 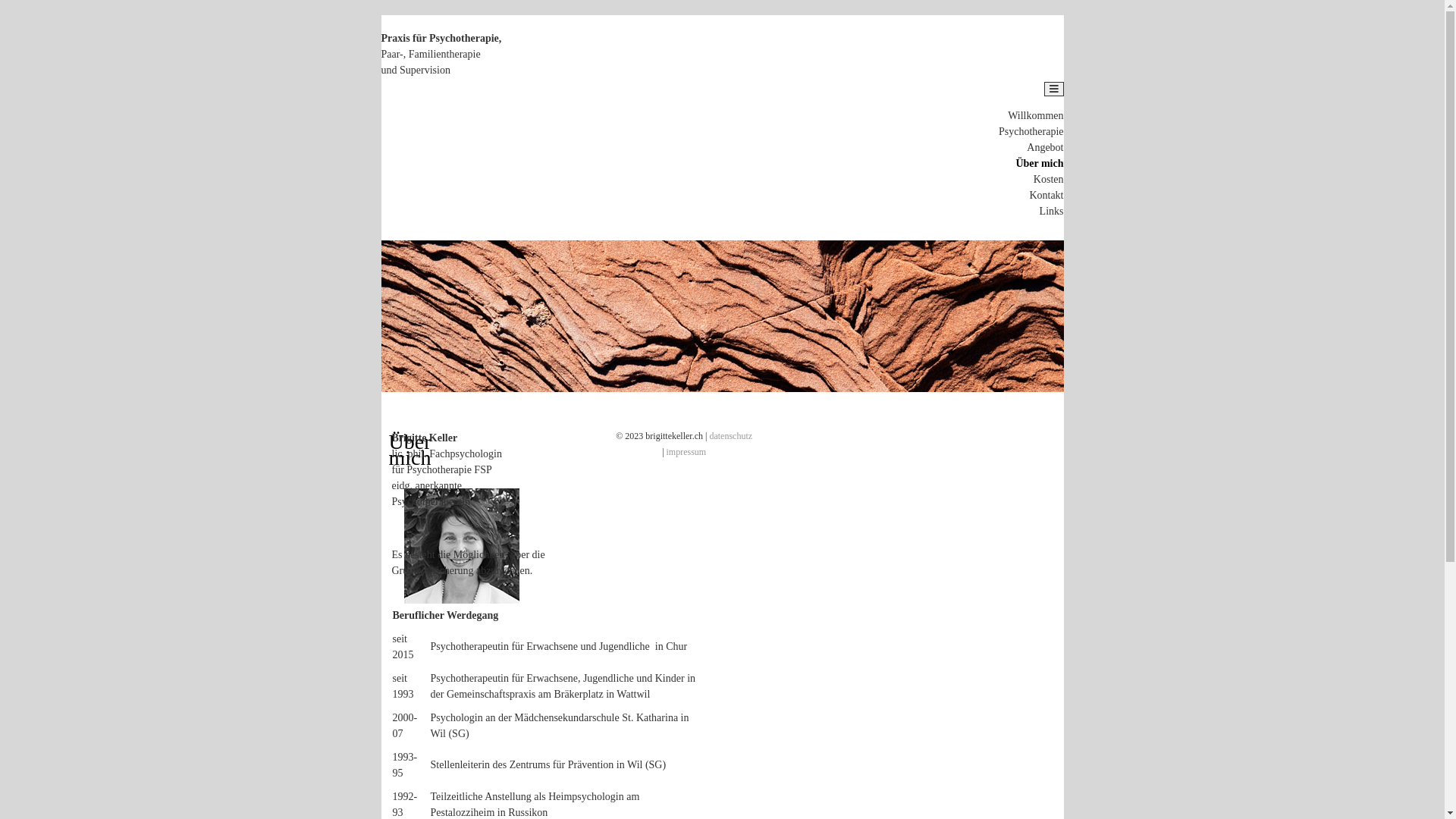 I want to click on 'Psychotherapie', so click(x=1031, y=130).